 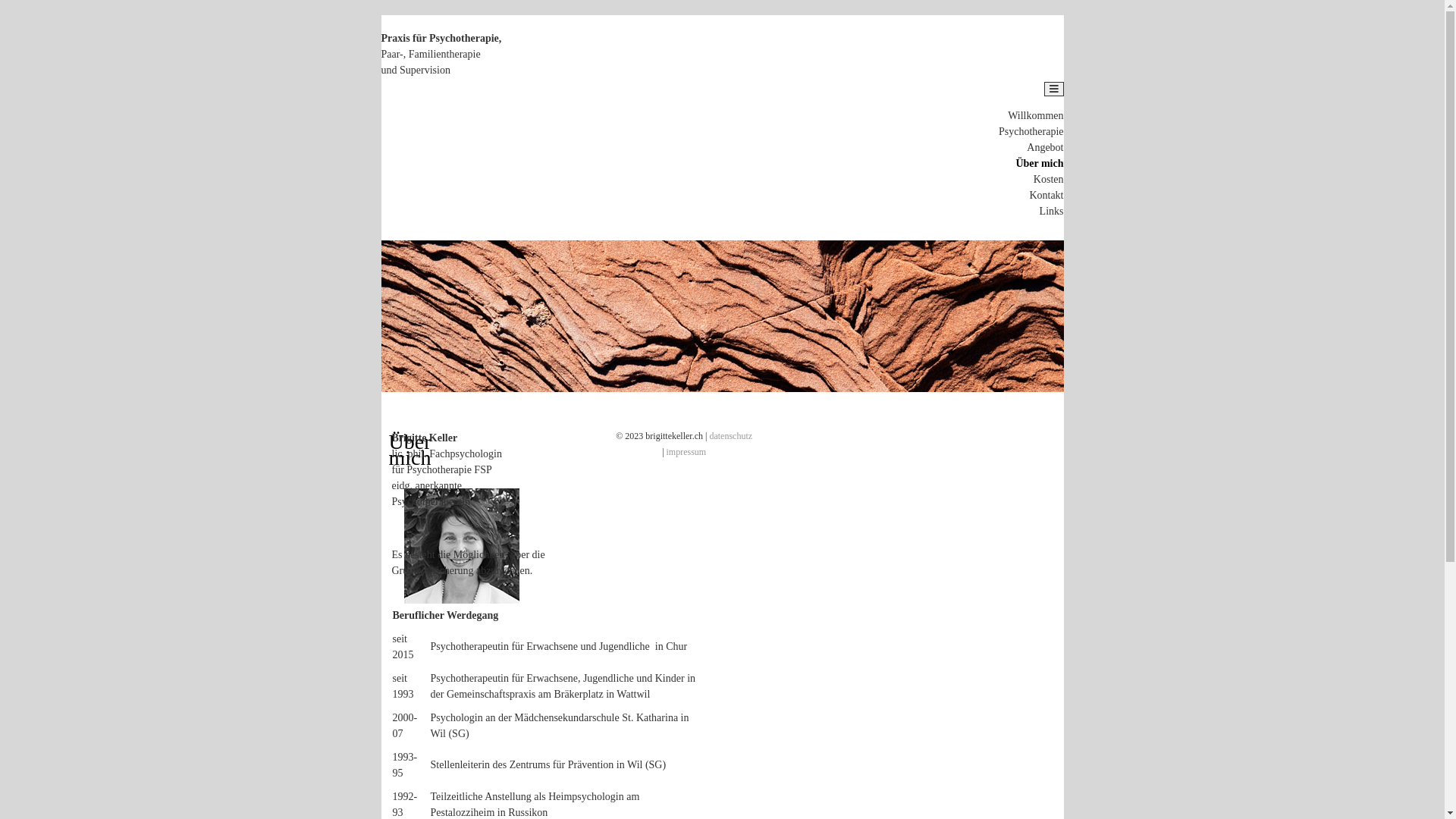 I want to click on 'Psychotherapie', so click(x=1031, y=130).